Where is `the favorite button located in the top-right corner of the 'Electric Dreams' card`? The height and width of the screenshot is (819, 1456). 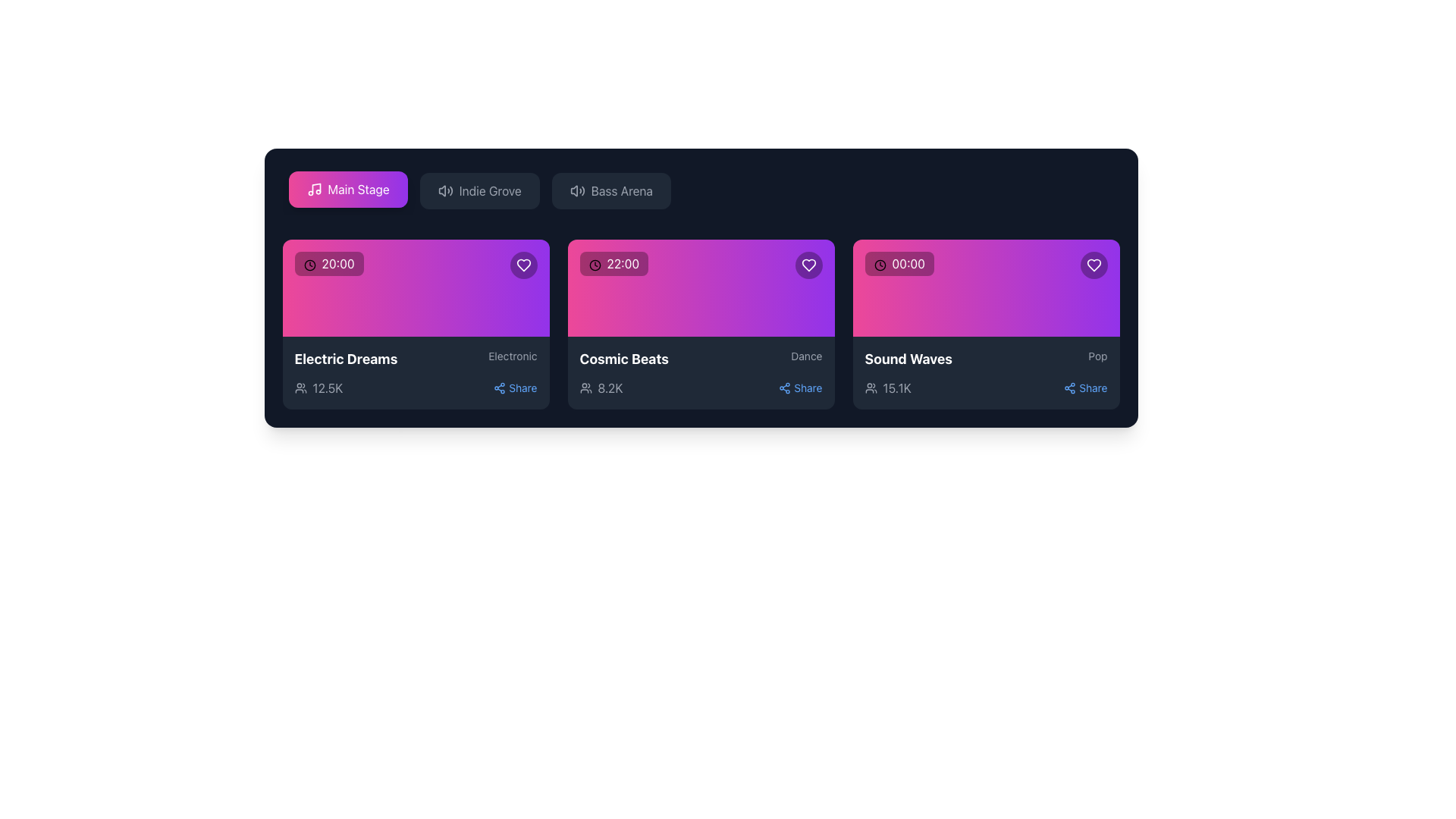
the favorite button located in the top-right corner of the 'Electric Dreams' card is located at coordinates (523, 265).